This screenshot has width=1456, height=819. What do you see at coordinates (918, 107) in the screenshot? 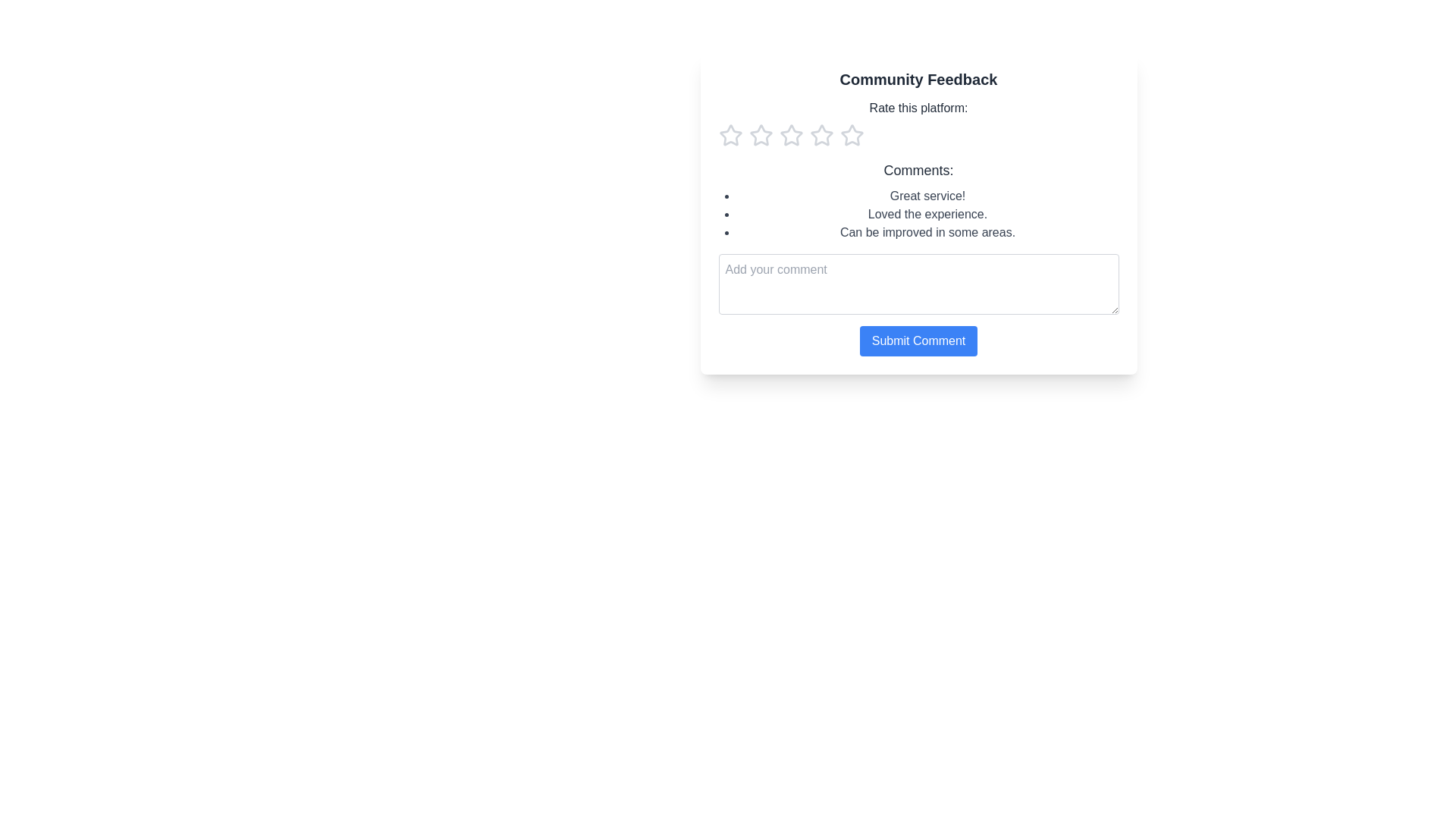
I see `the text label that displays 'Rate this platform:' which is positioned above the star icons in the feedback form section` at bounding box center [918, 107].